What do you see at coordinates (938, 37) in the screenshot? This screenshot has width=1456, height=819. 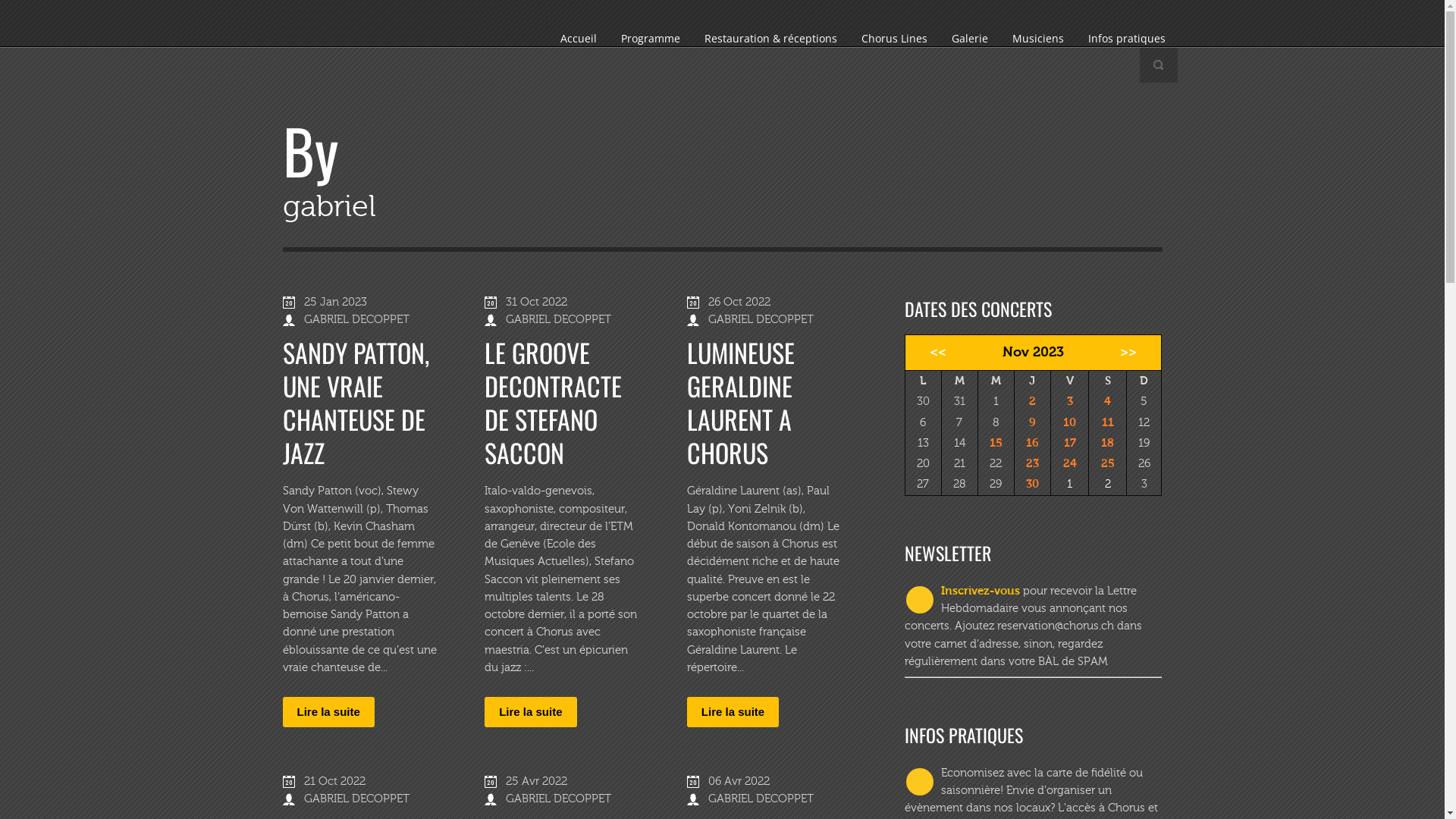 I see `'Galerie'` at bounding box center [938, 37].